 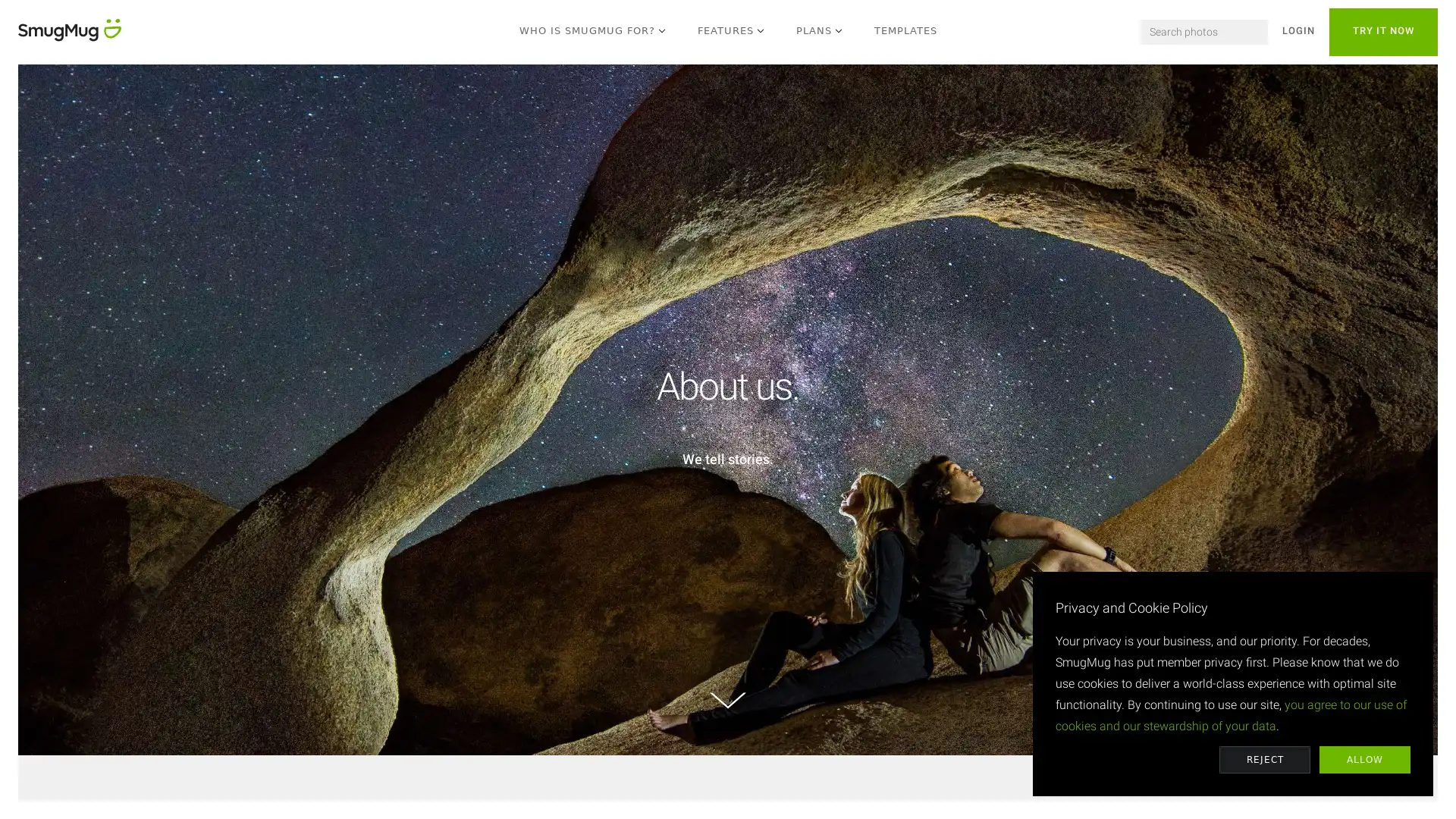 I want to click on WHO IS SMUGMUG FOR?, so click(x=592, y=32).